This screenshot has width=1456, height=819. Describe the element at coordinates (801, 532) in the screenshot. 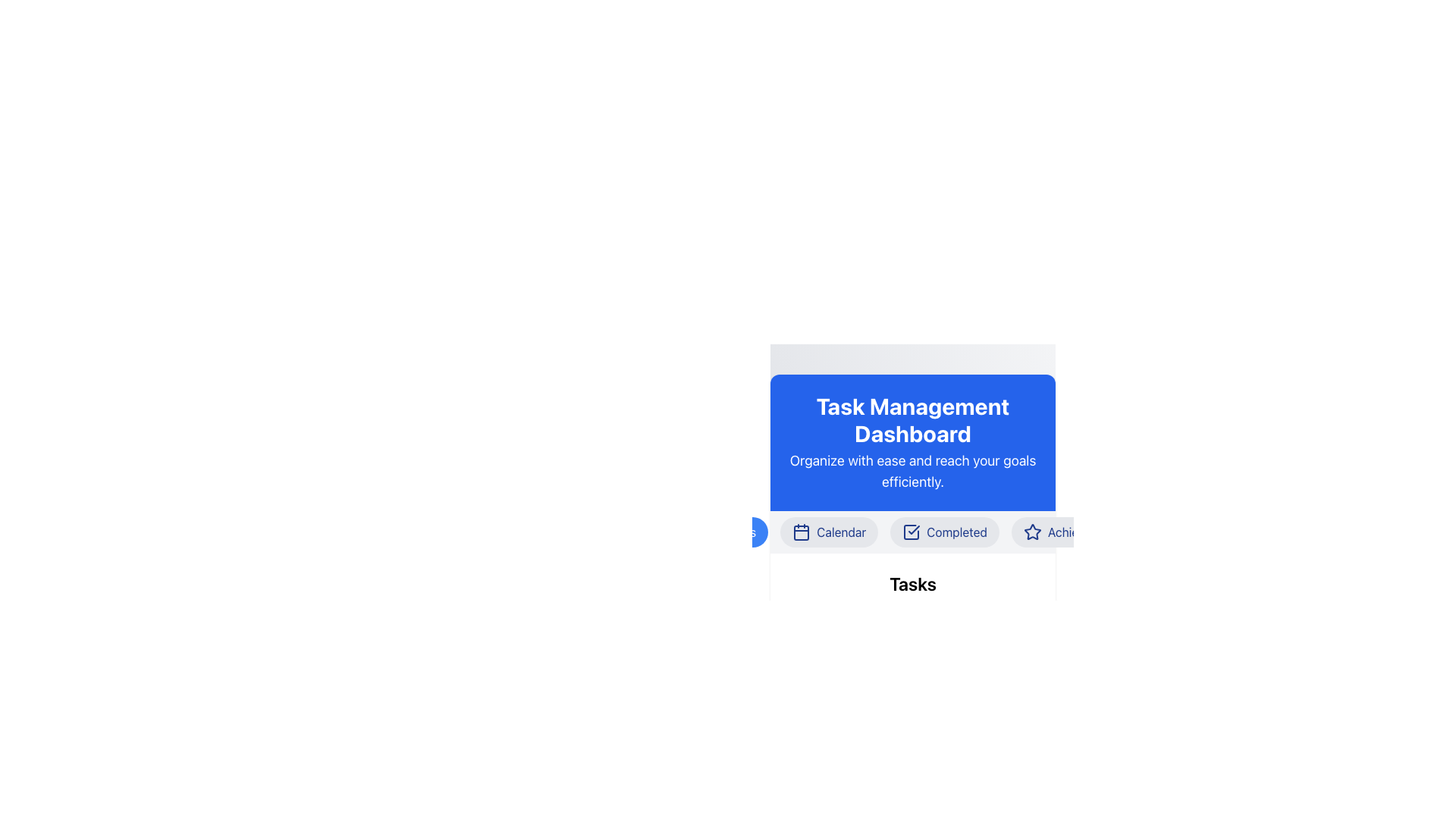

I see `the rounded square shape that serves as part of the calendar icon located near the top-right region of the interface` at that location.